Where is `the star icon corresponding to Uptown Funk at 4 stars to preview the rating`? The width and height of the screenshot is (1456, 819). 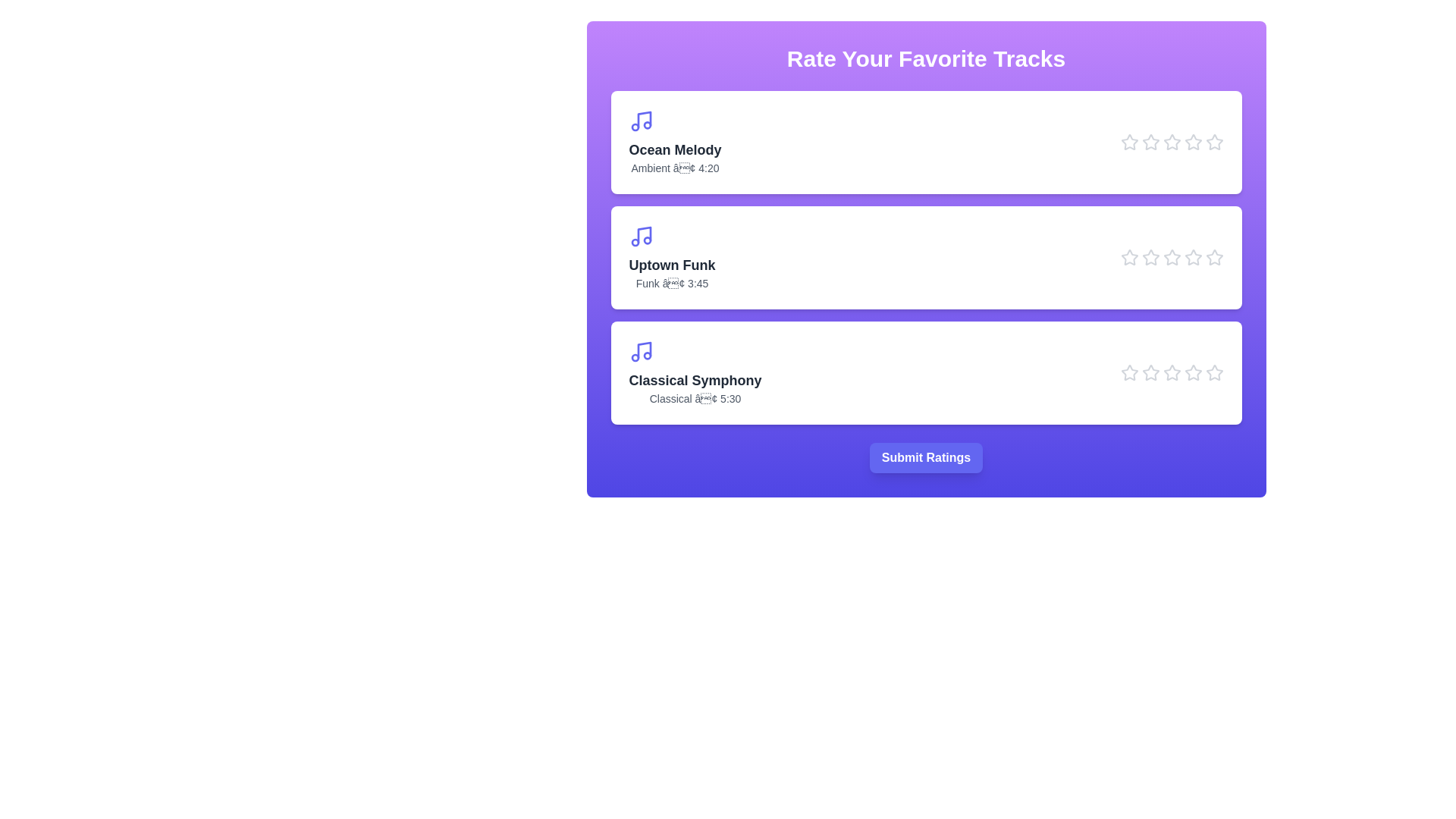 the star icon corresponding to Uptown Funk at 4 stars to preview the rating is located at coordinates (1192, 256).